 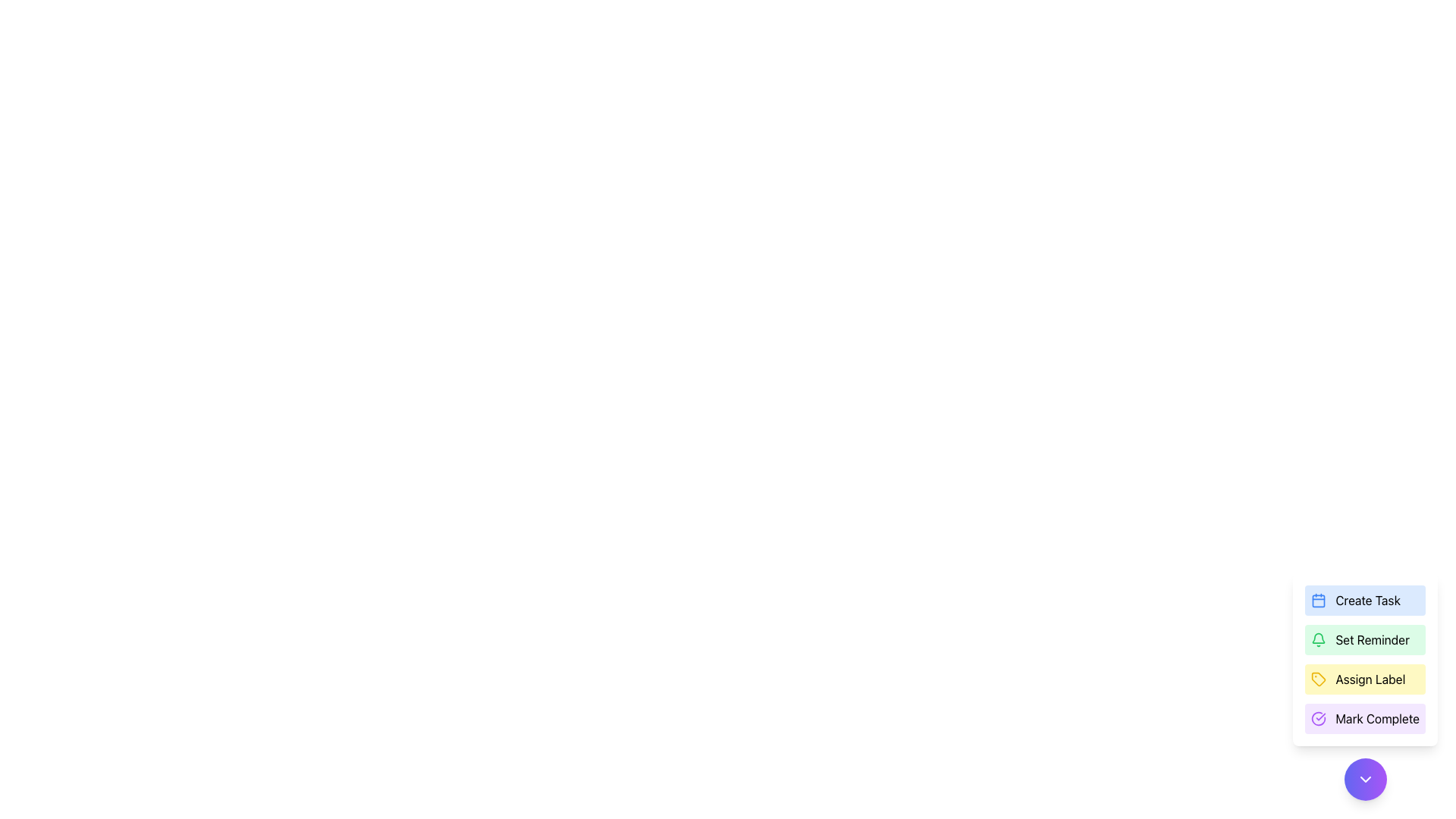 What do you see at coordinates (1365, 640) in the screenshot?
I see `the 'Set Reminder' button, which is a light green rectangular button with a bell icon and the text 'Set Reminder' in black, located beneath the 'Create Task' button` at bounding box center [1365, 640].